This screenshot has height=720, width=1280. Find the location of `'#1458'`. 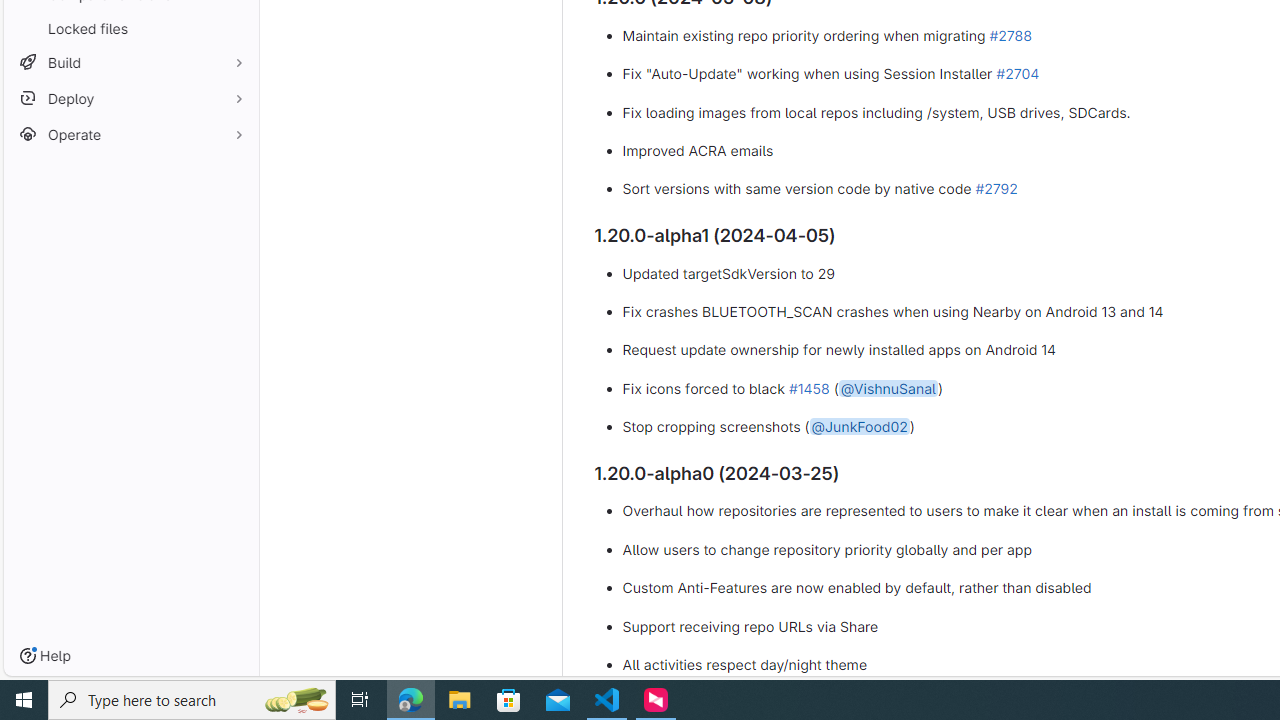

'#1458' is located at coordinates (808, 387).